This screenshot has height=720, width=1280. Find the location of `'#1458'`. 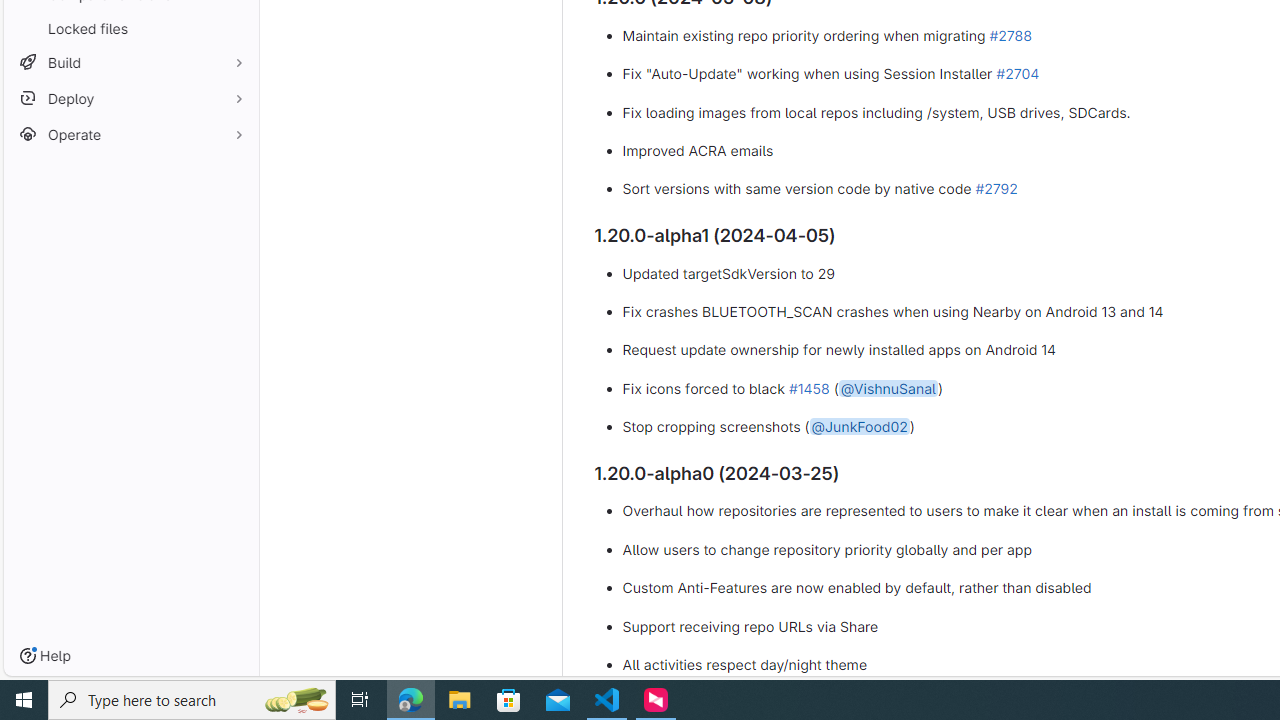

'#1458' is located at coordinates (808, 387).